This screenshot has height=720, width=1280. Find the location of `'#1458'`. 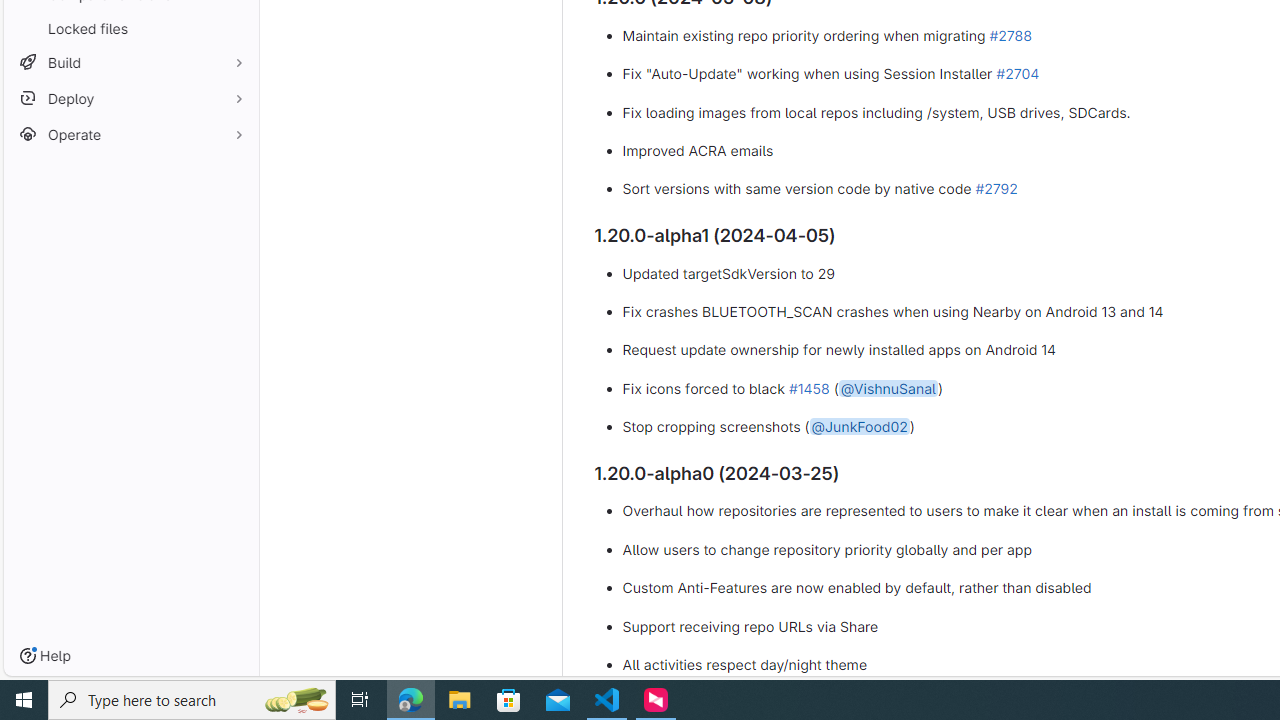

'#1458' is located at coordinates (808, 387).